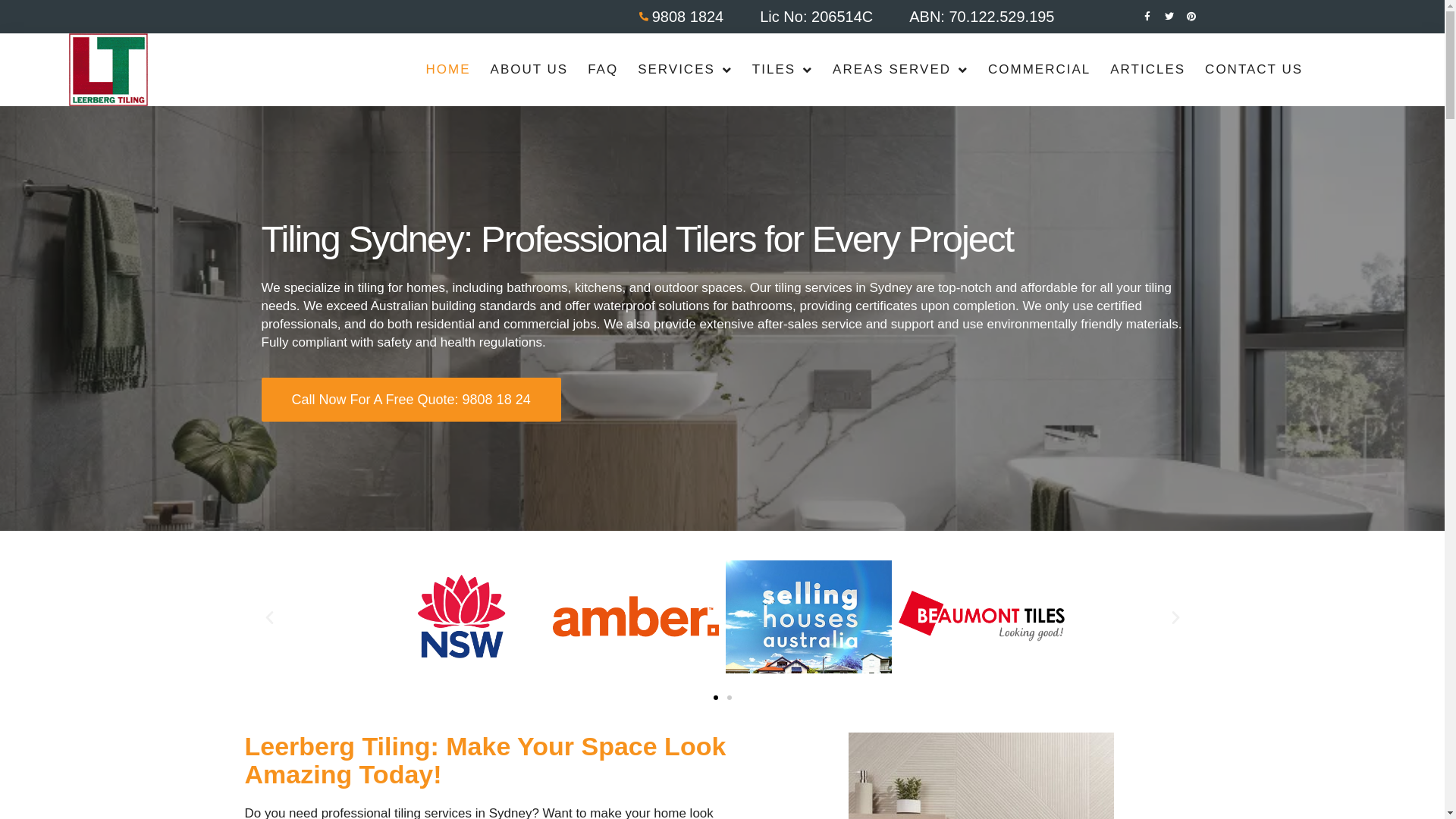 The width and height of the screenshot is (1456, 819). I want to click on 'ARTICLES', so click(1100, 70).